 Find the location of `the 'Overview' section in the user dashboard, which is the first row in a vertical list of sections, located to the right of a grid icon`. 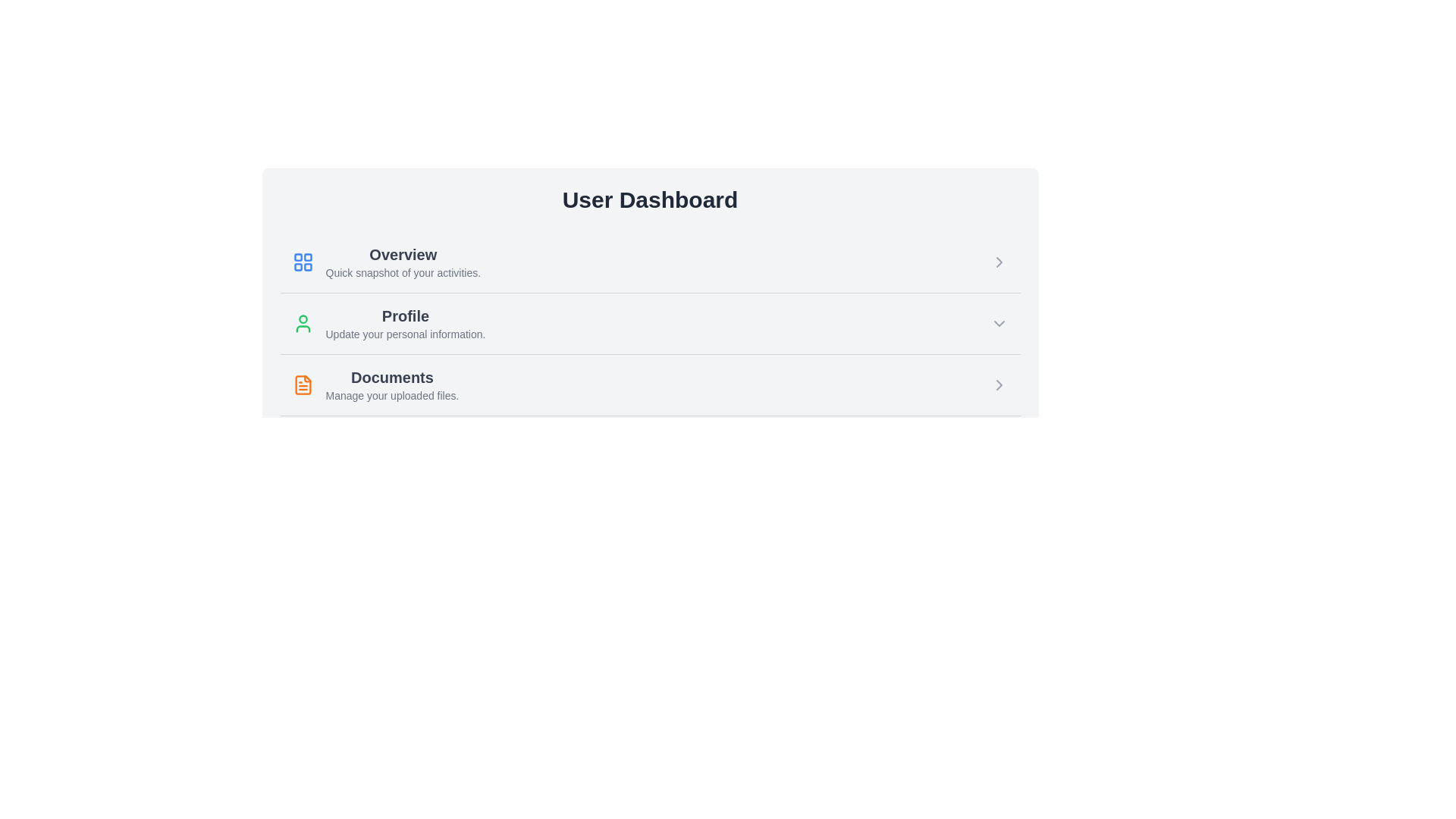

the 'Overview' section in the user dashboard, which is the first row in a vertical list of sections, located to the right of a grid icon is located at coordinates (403, 262).